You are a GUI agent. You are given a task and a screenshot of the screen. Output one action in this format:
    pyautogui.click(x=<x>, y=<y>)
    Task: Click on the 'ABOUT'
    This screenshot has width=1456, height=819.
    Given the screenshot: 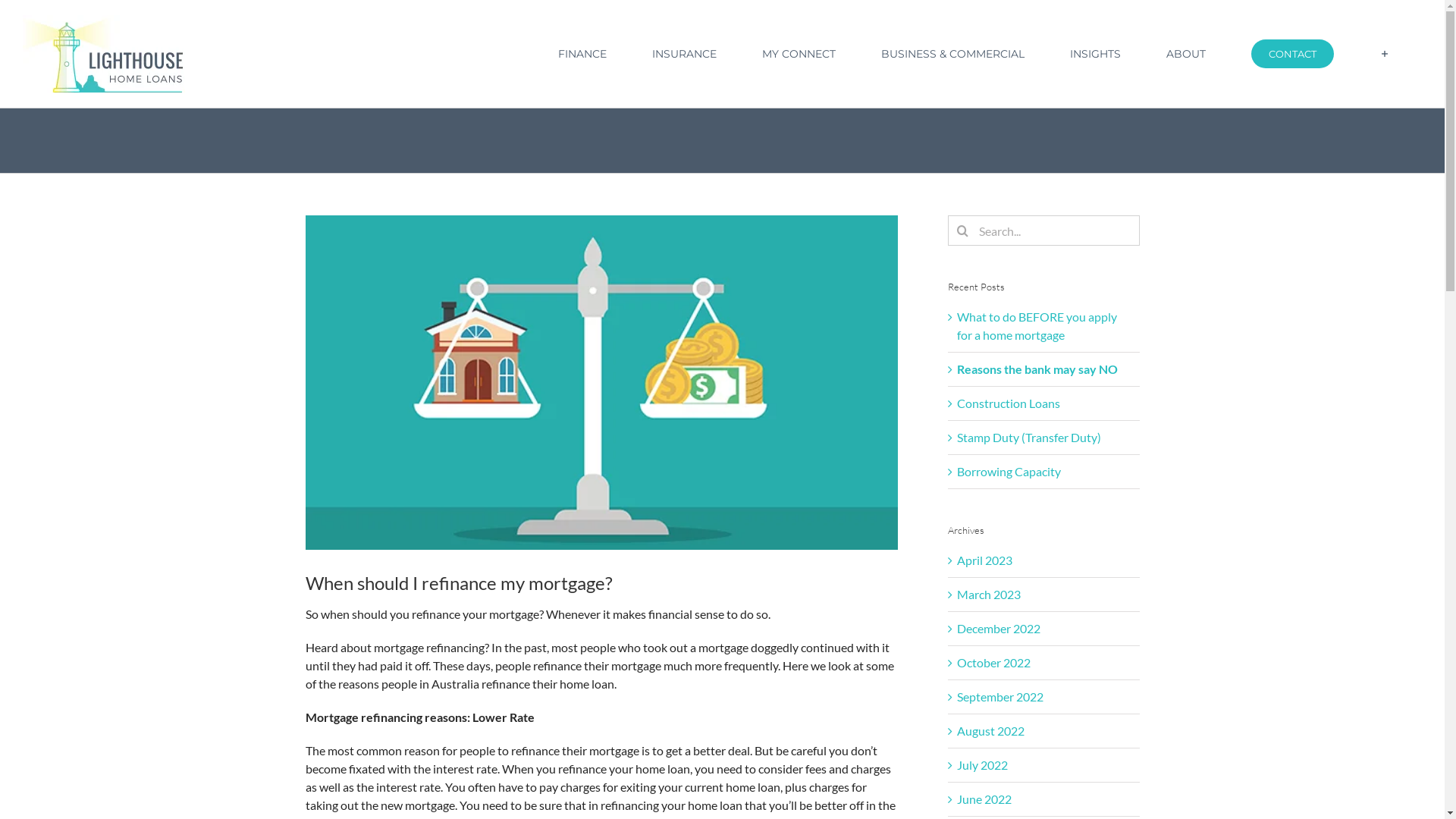 What is the action you would take?
    pyautogui.click(x=1153, y=52)
    